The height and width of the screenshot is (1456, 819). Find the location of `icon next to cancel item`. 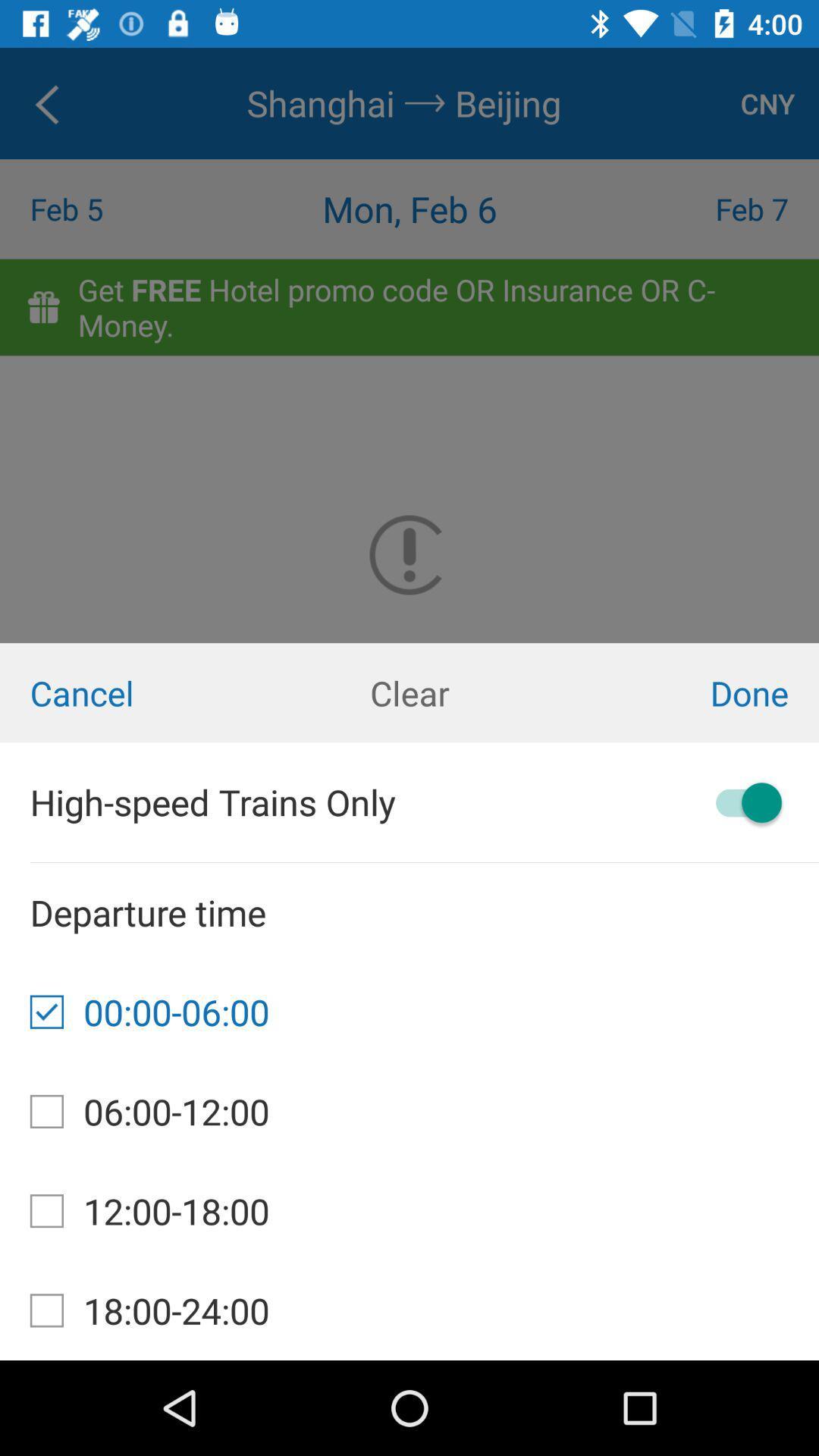

icon next to cancel item is located at coordinates (409, 692).